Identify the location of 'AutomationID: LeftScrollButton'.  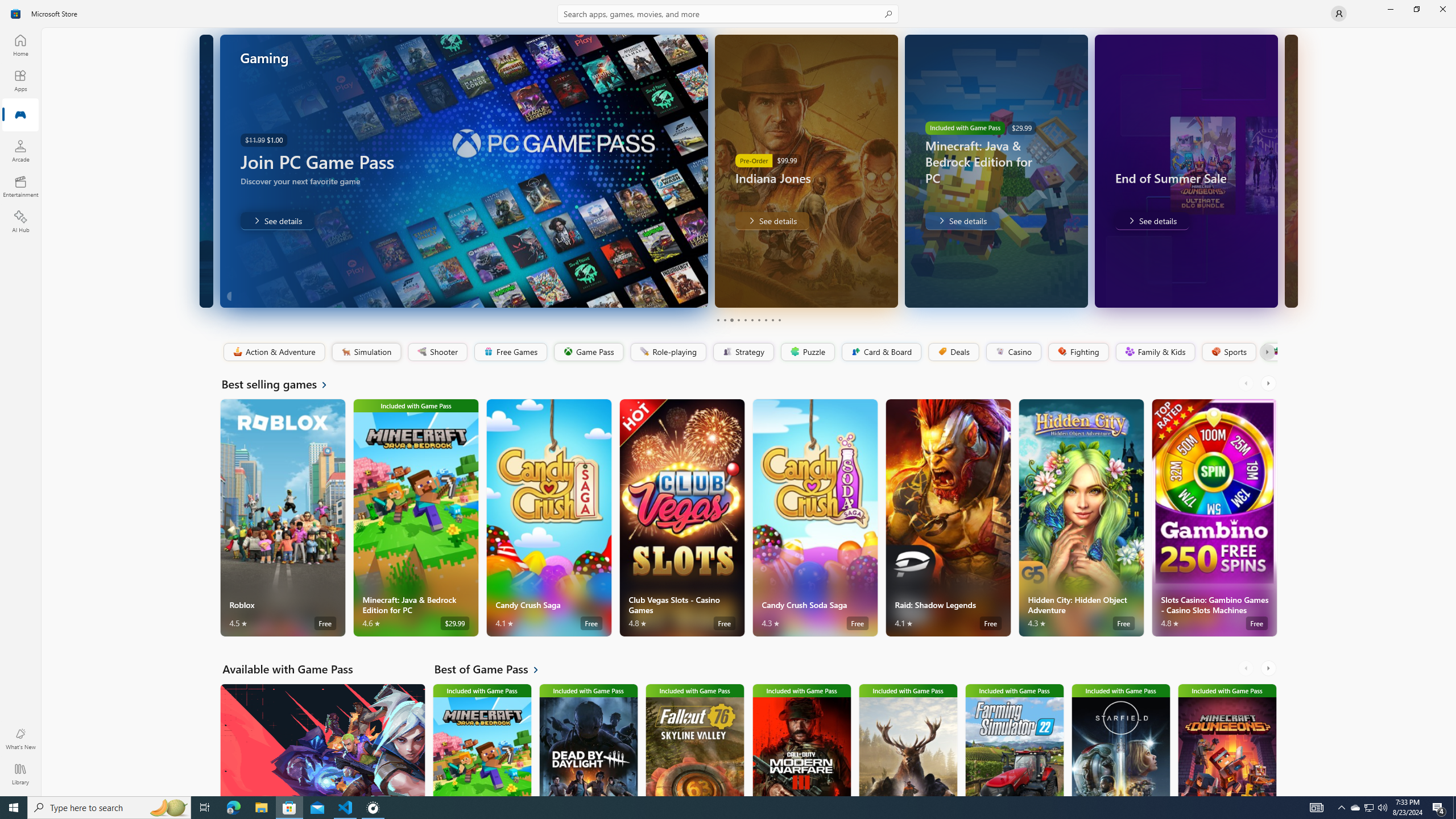
(1247, 668).